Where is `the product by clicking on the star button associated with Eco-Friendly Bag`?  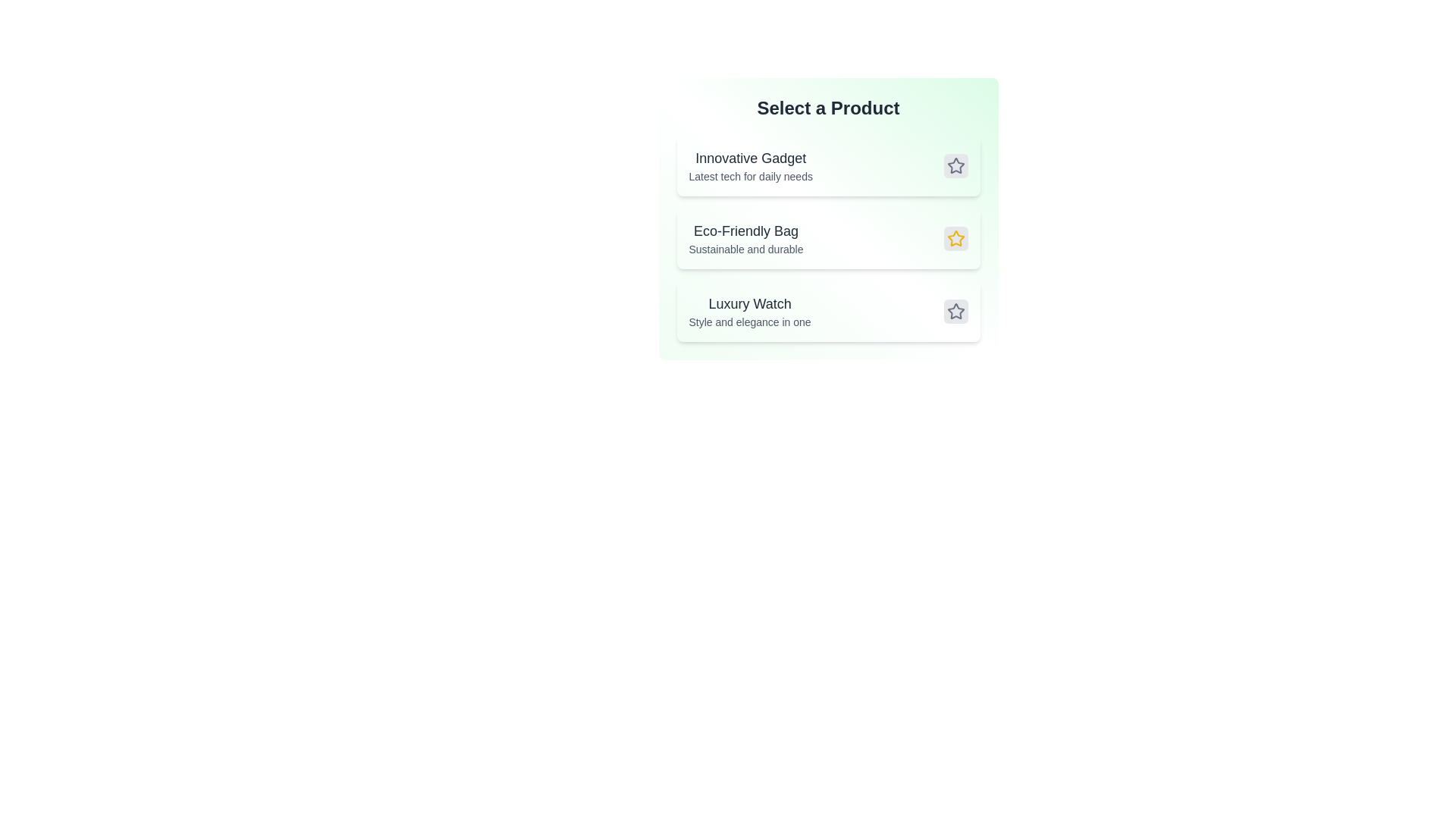 the product by clicking on the star button associated with Eco-Friendly Bag is located at coordinates (955, 239).